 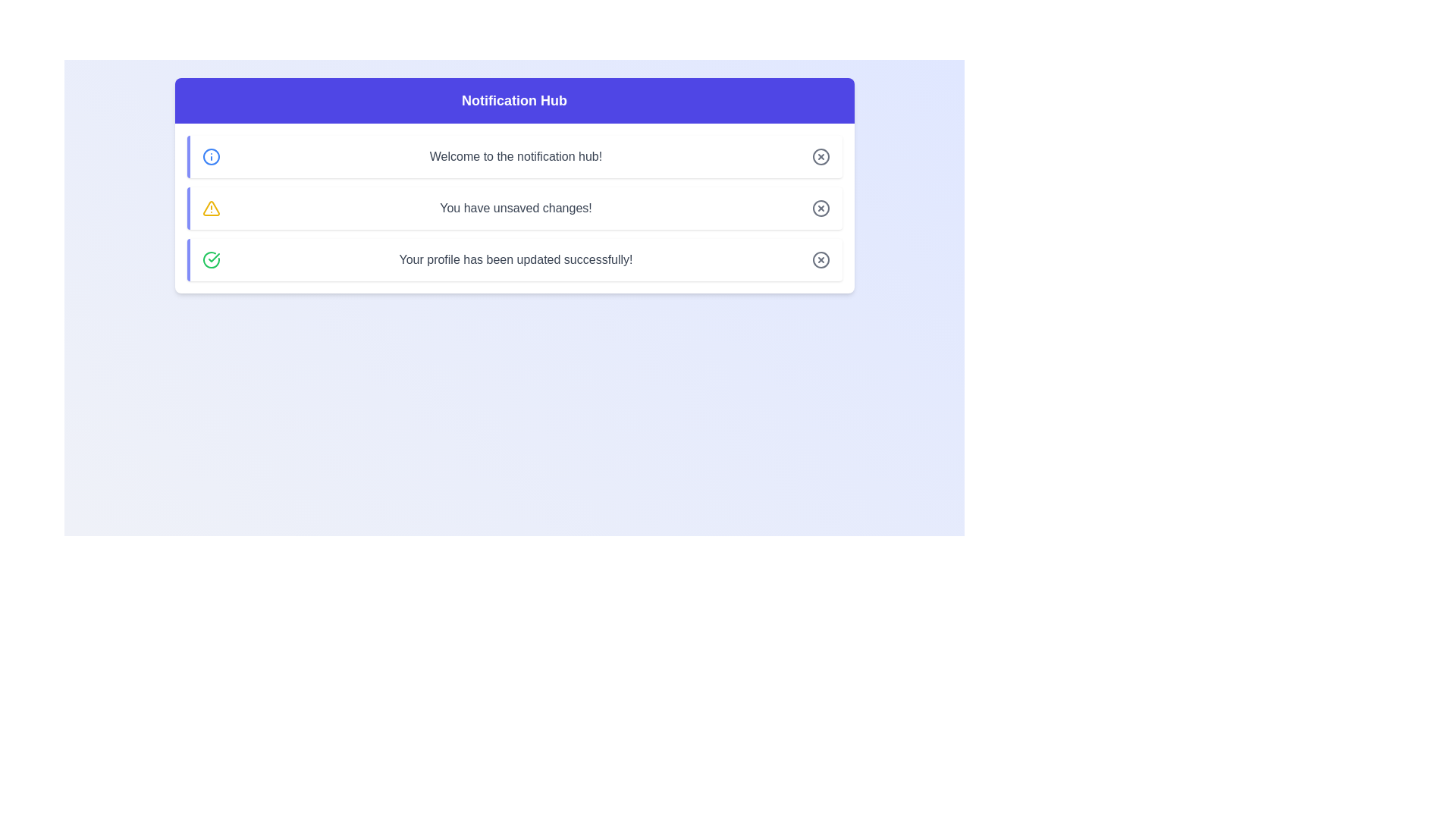 I want to click on notification text from the third notification which contains the message 'Your profile has been updated successfully!' and a dismiss button, so click(x=514, y=259).